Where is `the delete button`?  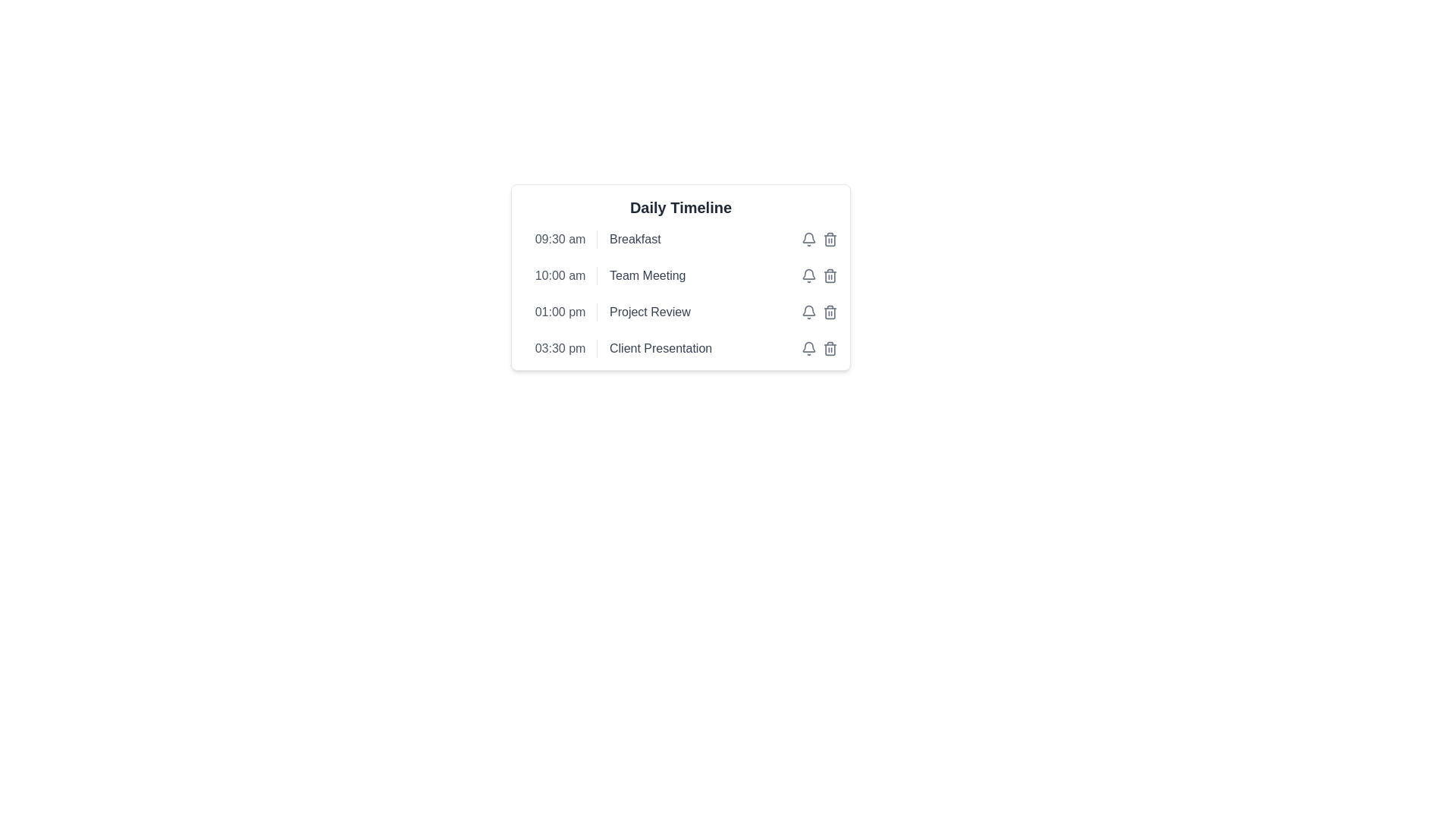 the delete button is located at coordinates (829, 275).